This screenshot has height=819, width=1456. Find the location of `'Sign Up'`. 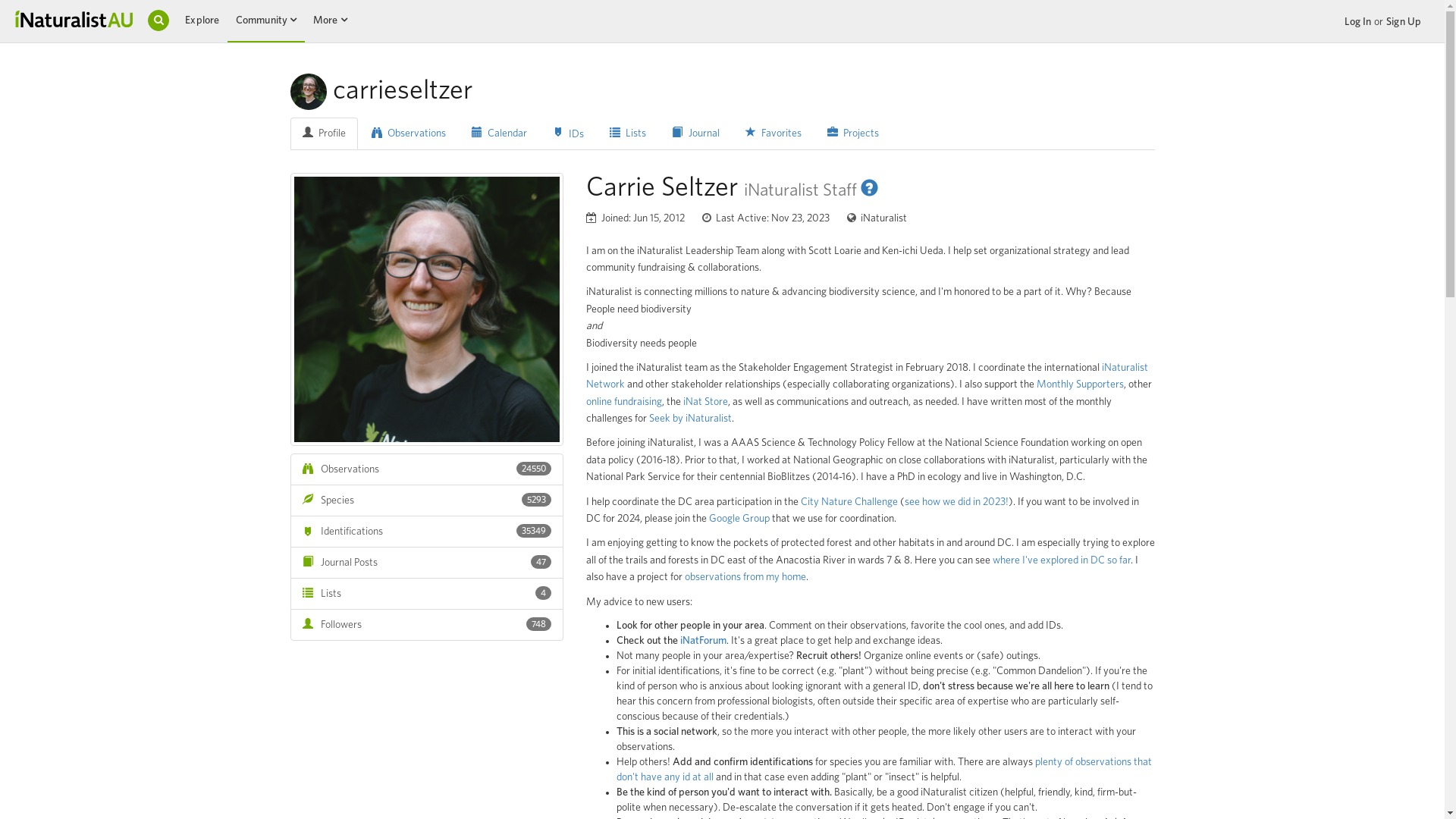

'Sign Up' is located at coordinates (1403, 22).